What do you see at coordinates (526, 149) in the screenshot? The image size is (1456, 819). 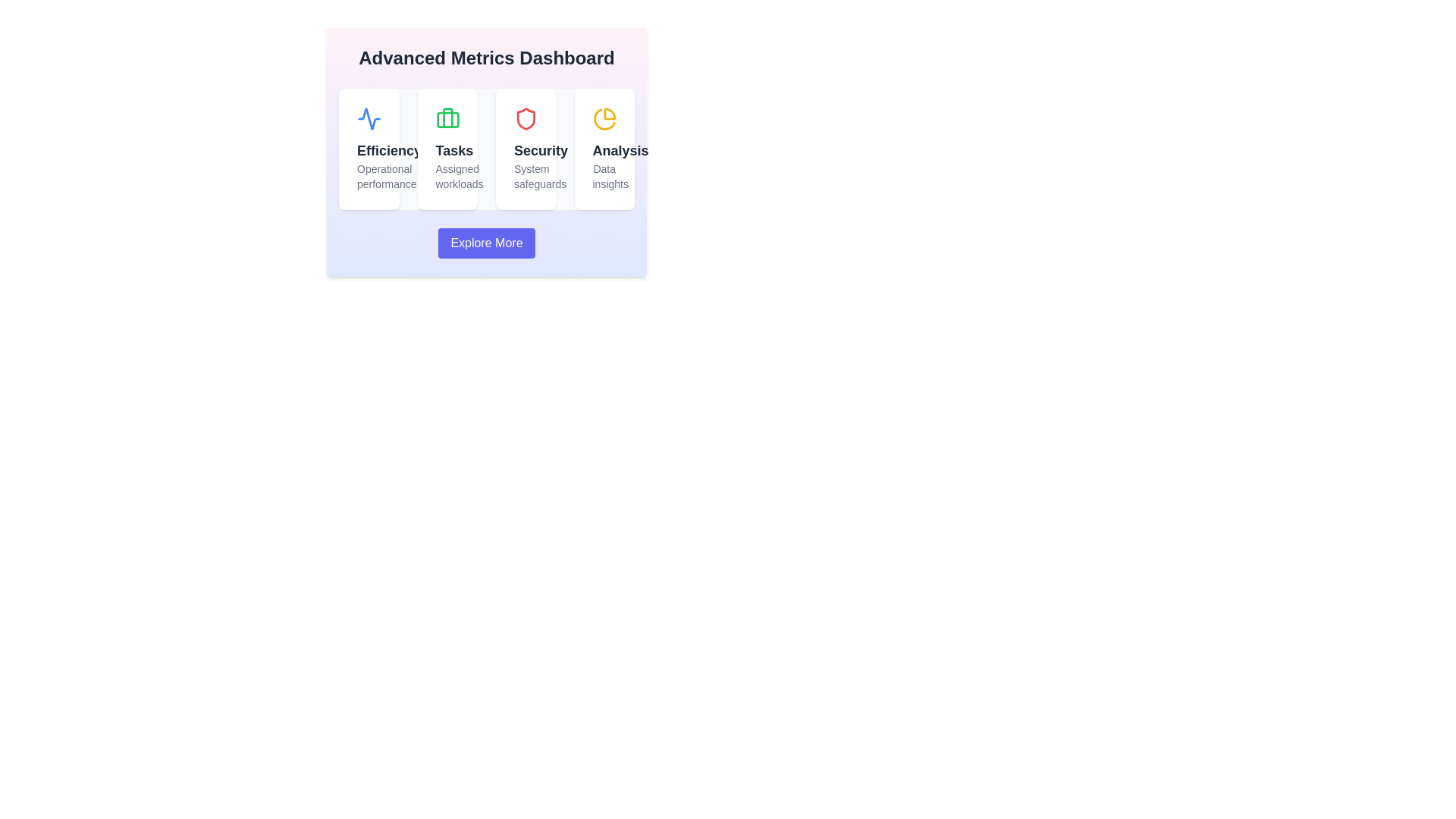 I see `the Information Card that contains a red shield icon and the text 'Security' and 'System safeguards', which is the third item in a grid layout` at bounding box center [526, 149].